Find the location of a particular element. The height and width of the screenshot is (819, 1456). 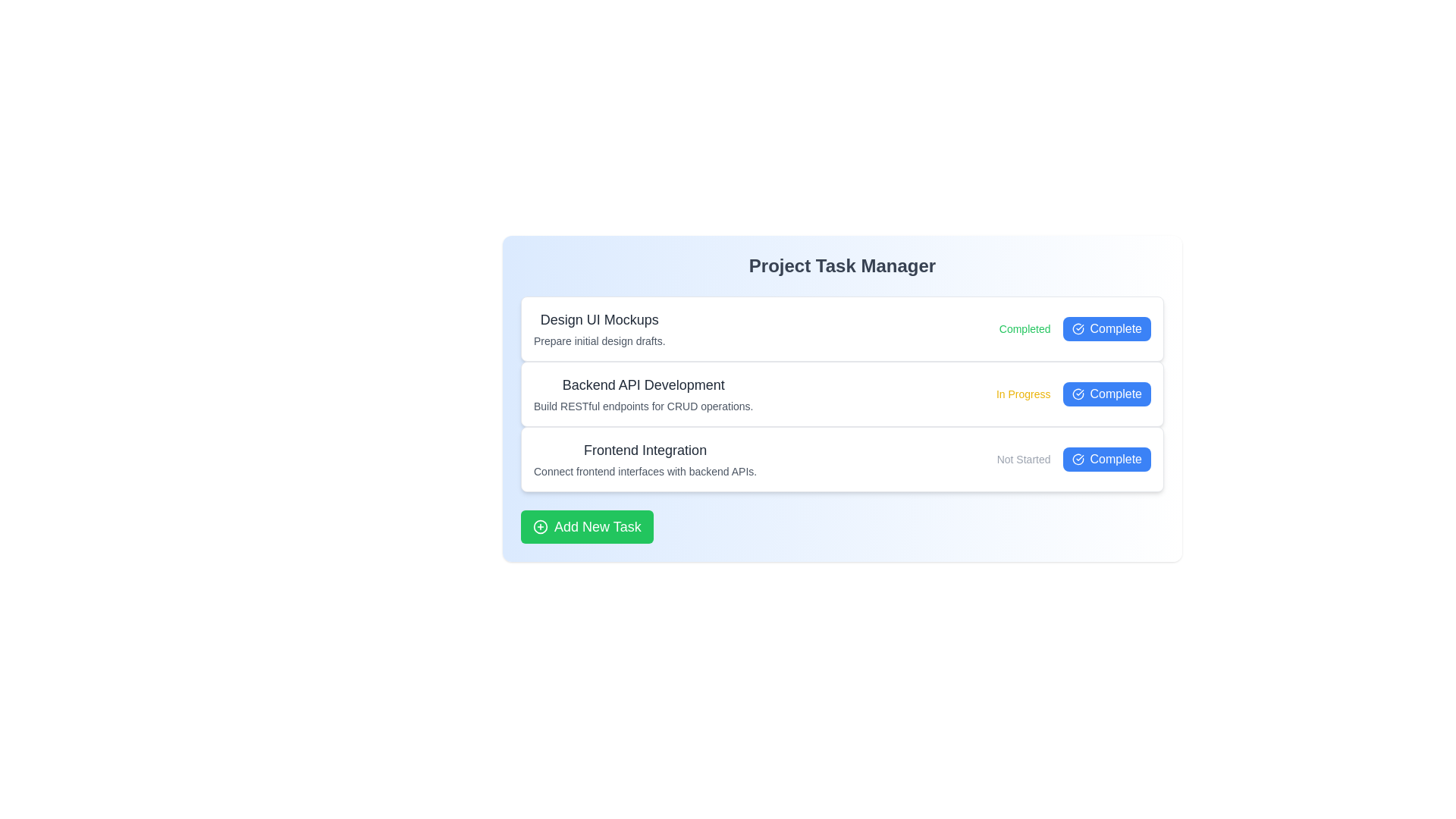

'Complete' button for the task 'Frontend Integration' is located at coordinates (1106, 458).